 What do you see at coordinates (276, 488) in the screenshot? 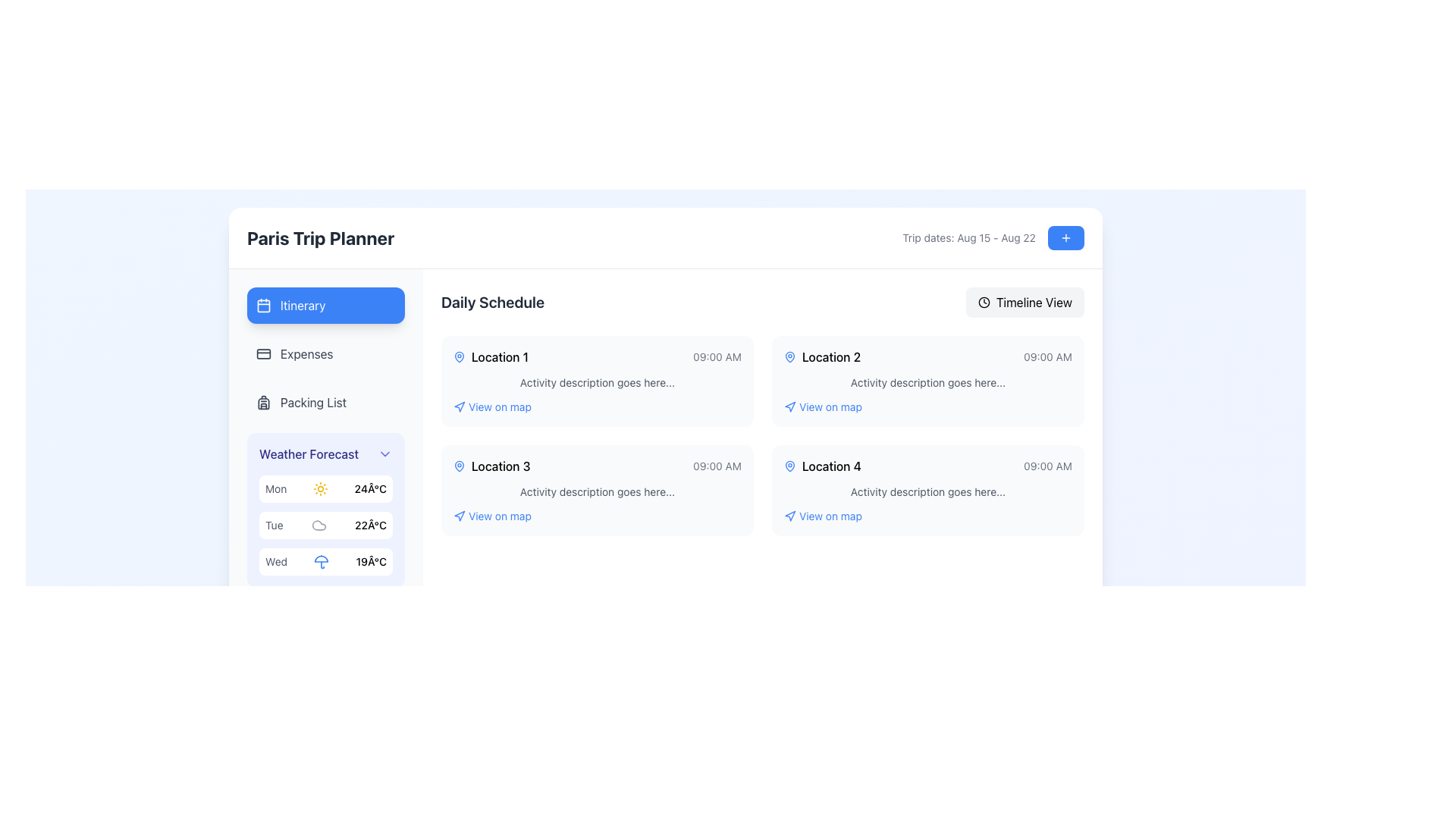
I see `text label displaying 'Mon' in gray color, located in the 'Weather Forecast' section next to a sun icon and temperature text` at bounding box center [276, 488].